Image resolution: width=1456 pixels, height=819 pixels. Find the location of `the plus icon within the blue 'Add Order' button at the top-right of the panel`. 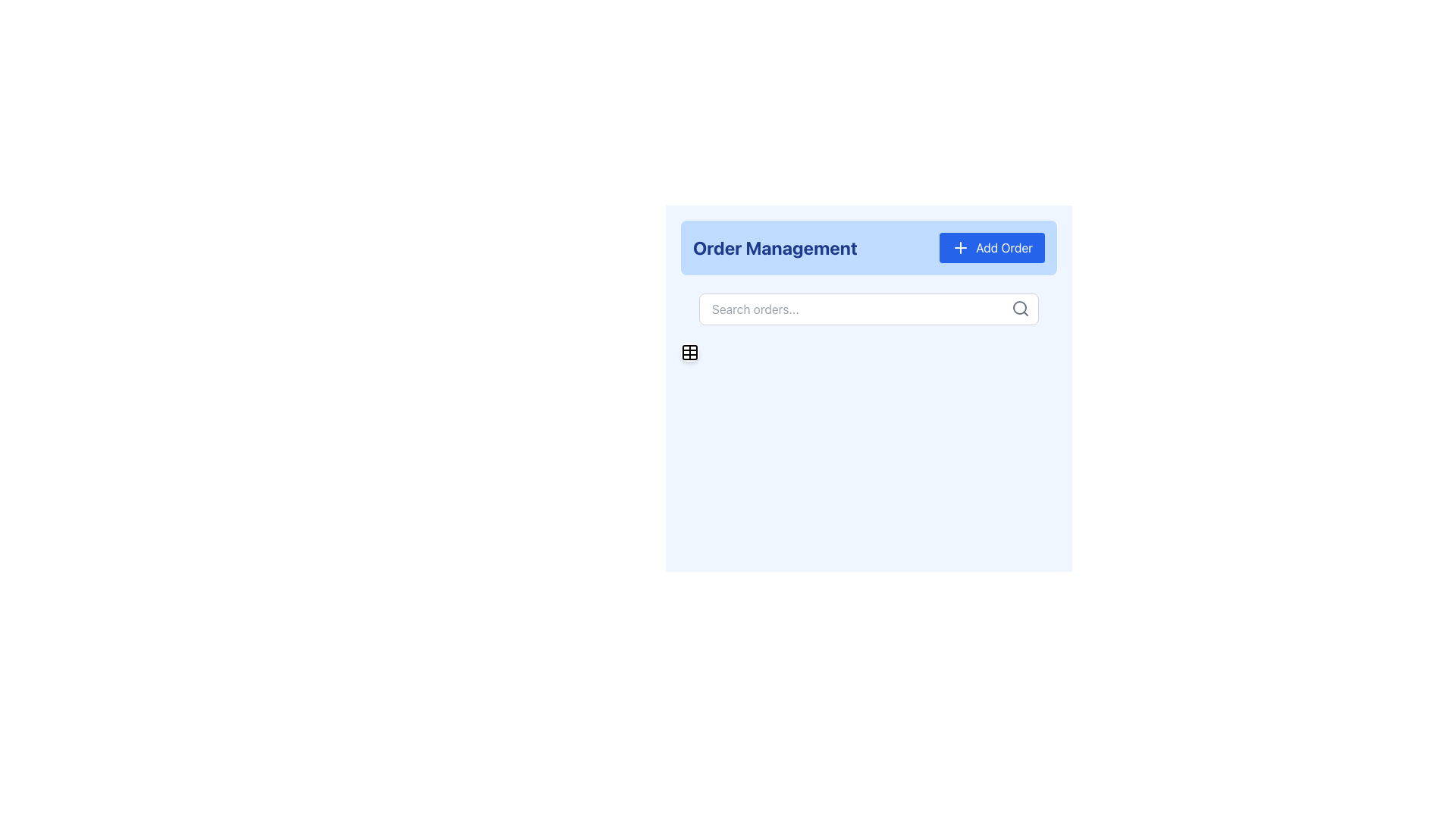

the plus icon within the blue 'Add Order' button at the top-right of the panel is located at coordinates (960, 247).